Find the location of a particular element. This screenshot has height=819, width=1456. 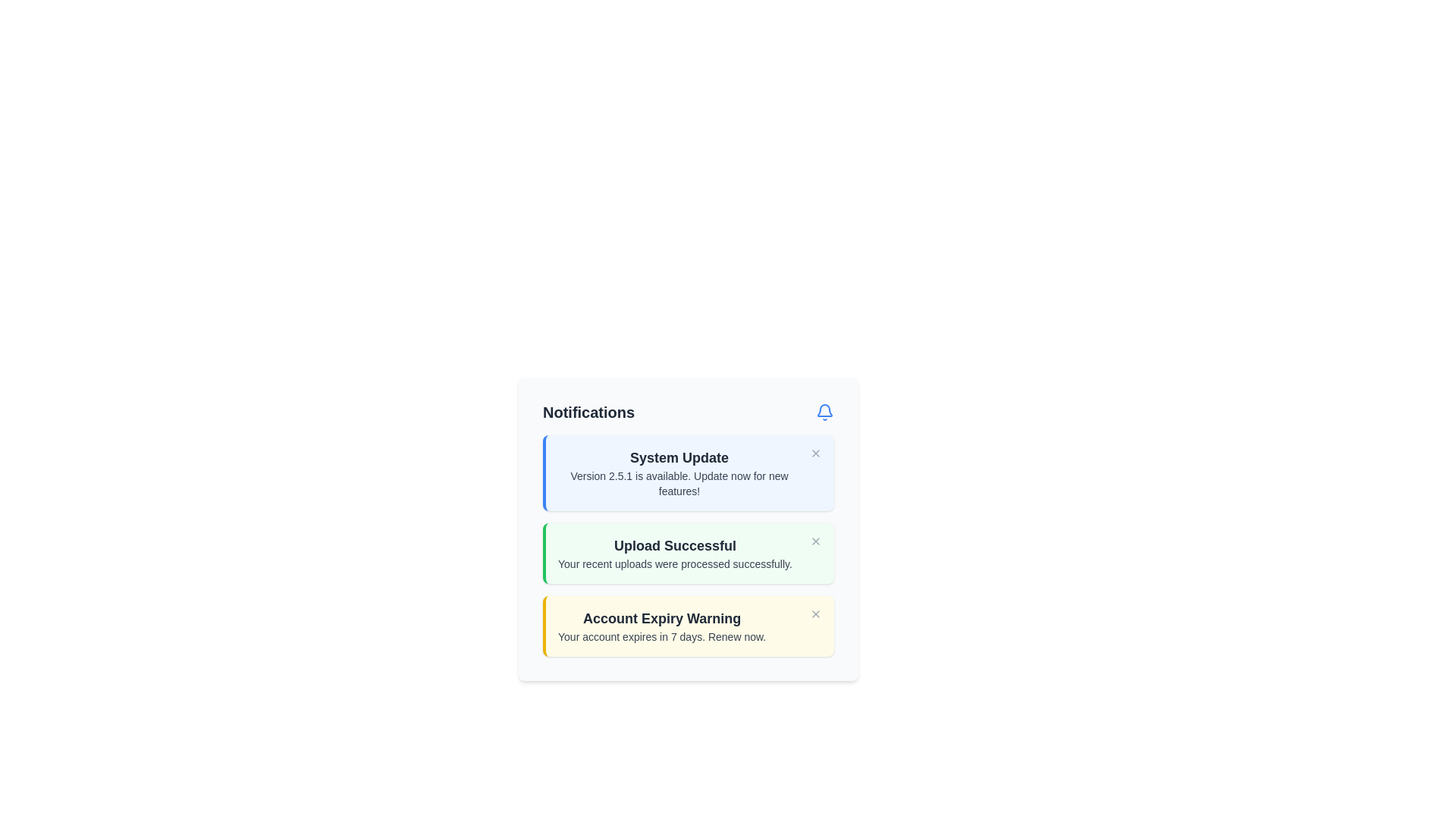

the 'Upload Successful' text component located at the top of the second notification card, which is styled in a bold and large font within a light green rectangular area is located at coordinates (674, 546).